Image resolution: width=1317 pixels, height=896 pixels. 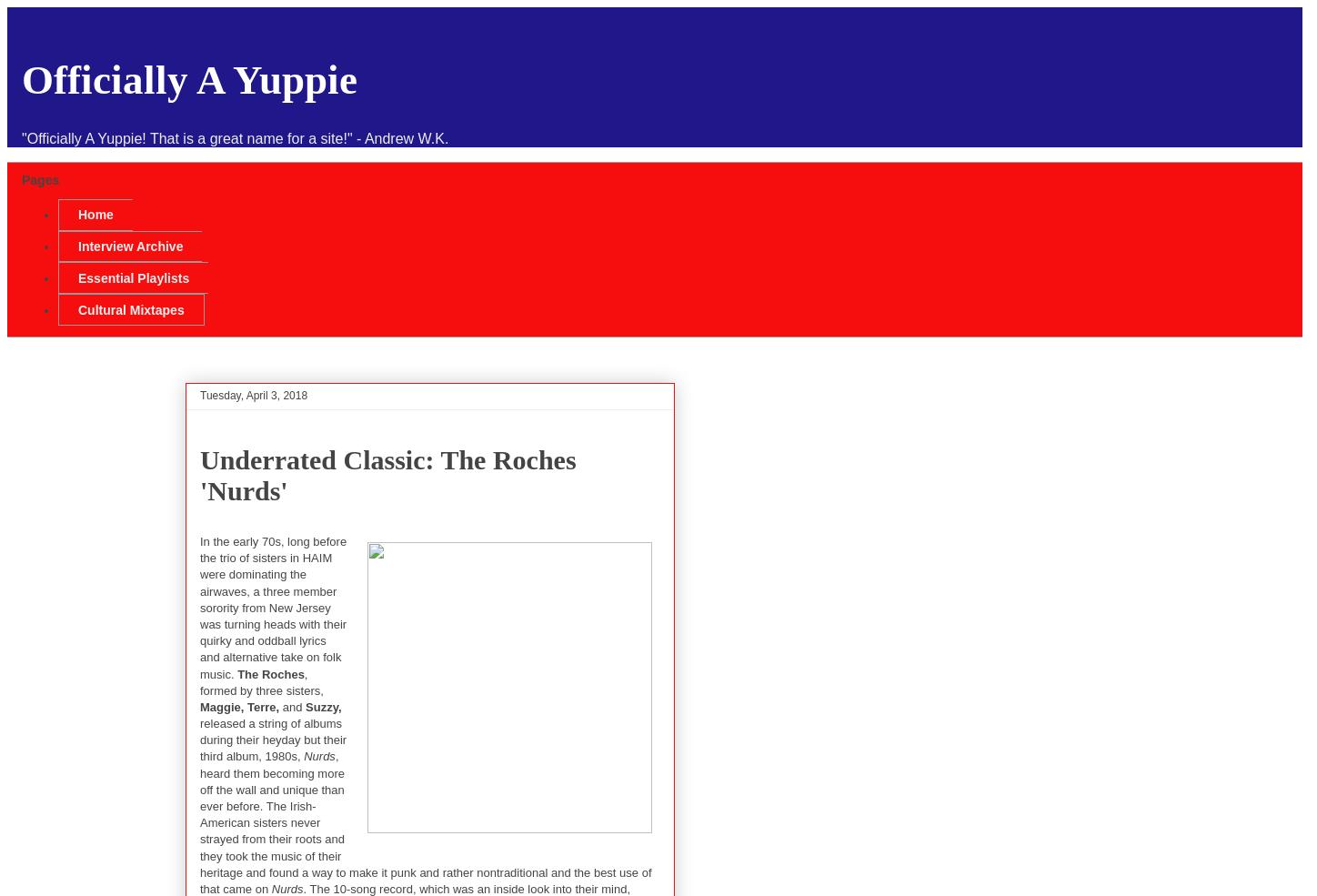 I want to click on 'Underrated Classic: The Roches 'Nurds'', so click(x=387, y=475).